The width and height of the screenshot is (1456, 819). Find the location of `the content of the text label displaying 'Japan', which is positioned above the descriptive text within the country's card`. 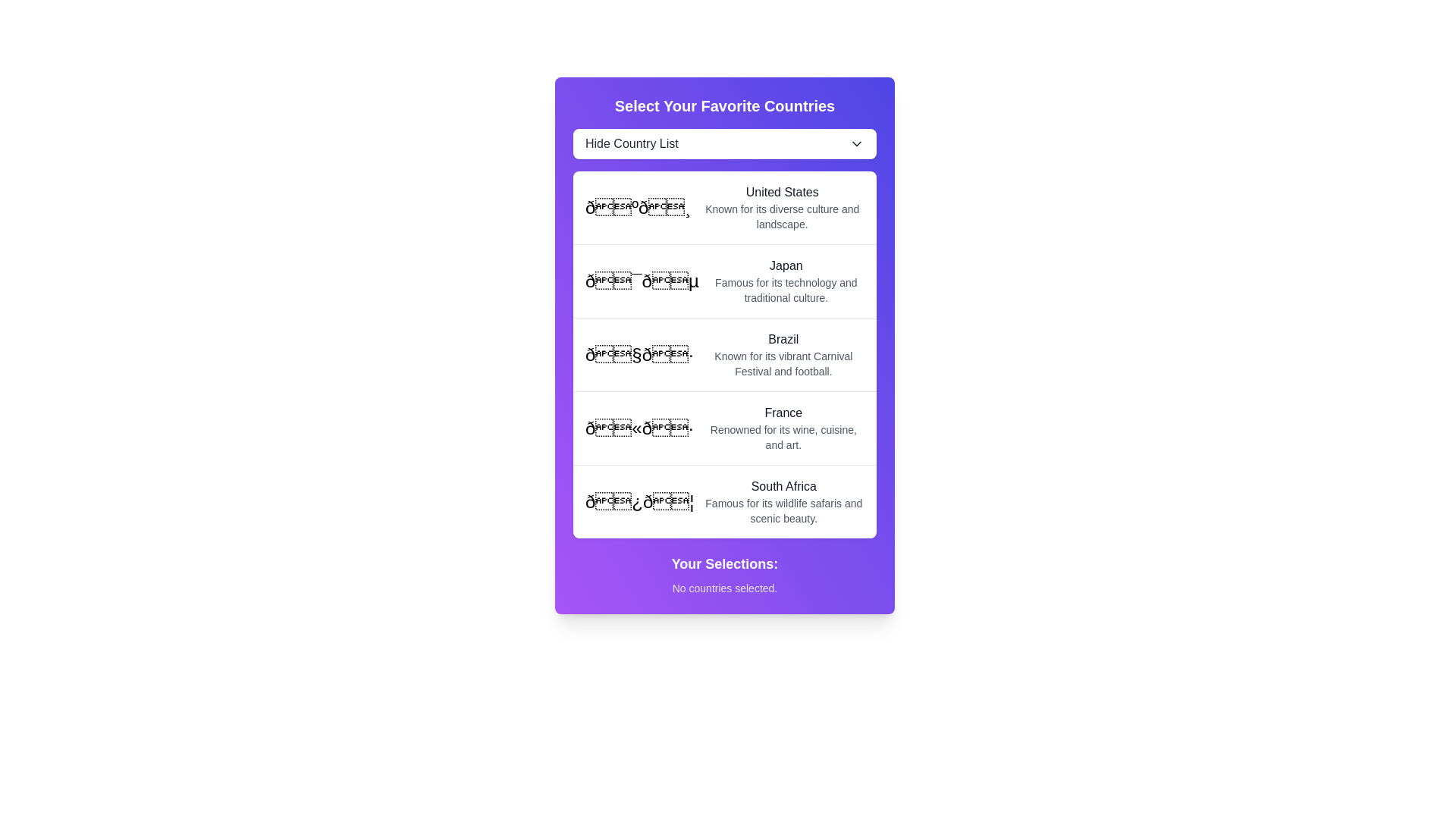

the content of the text label displaying 'Japan', which is positioned above the descriptive text within the country's card is located at coordinates (786, 265).